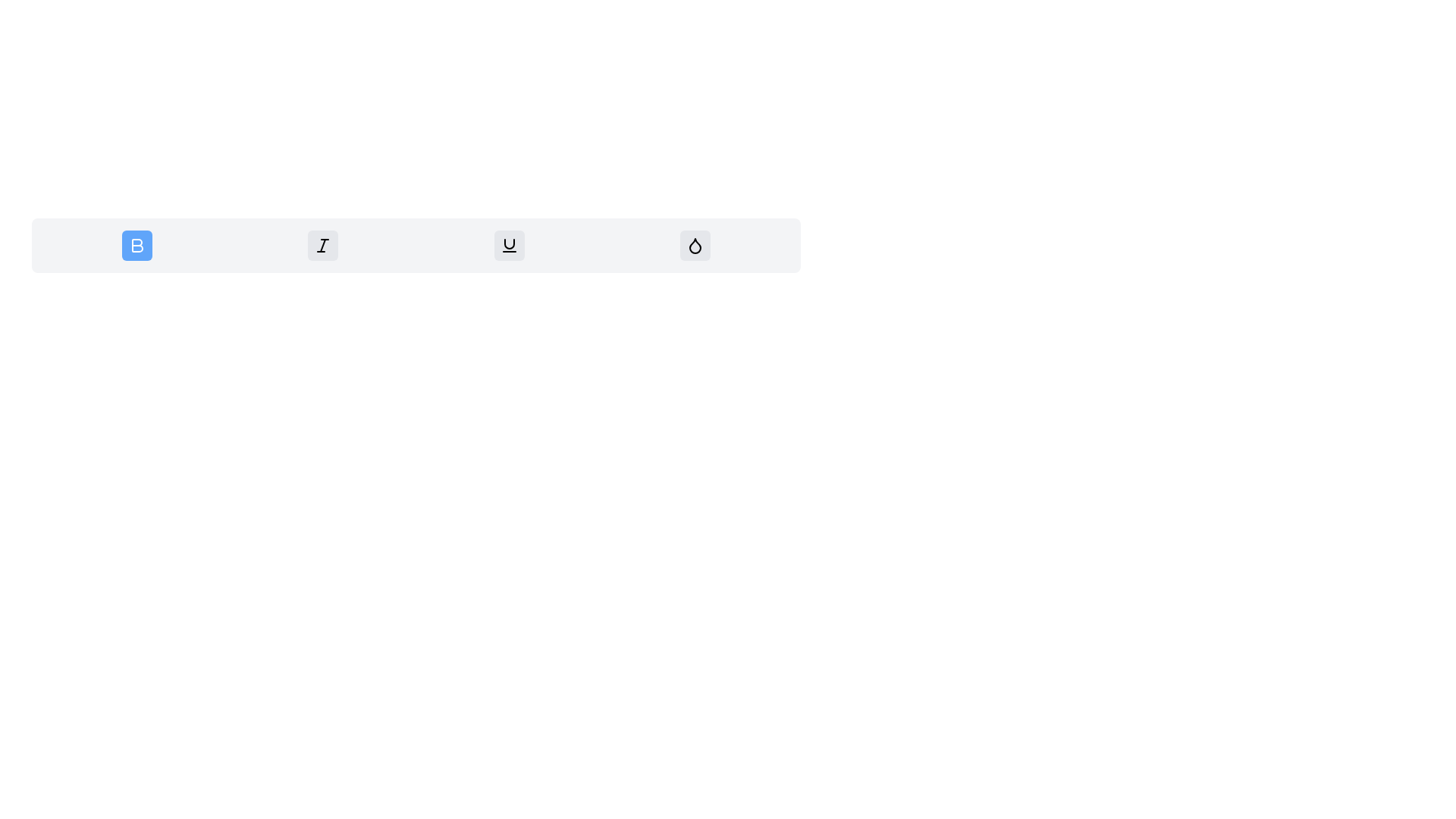  What do you see at coordinates (695, 245) in the screenshot?
I see `the droplet icon button, which is the fourth button from the left in a horizontal row at the top center of the interface` at bounding box center [695, 245].